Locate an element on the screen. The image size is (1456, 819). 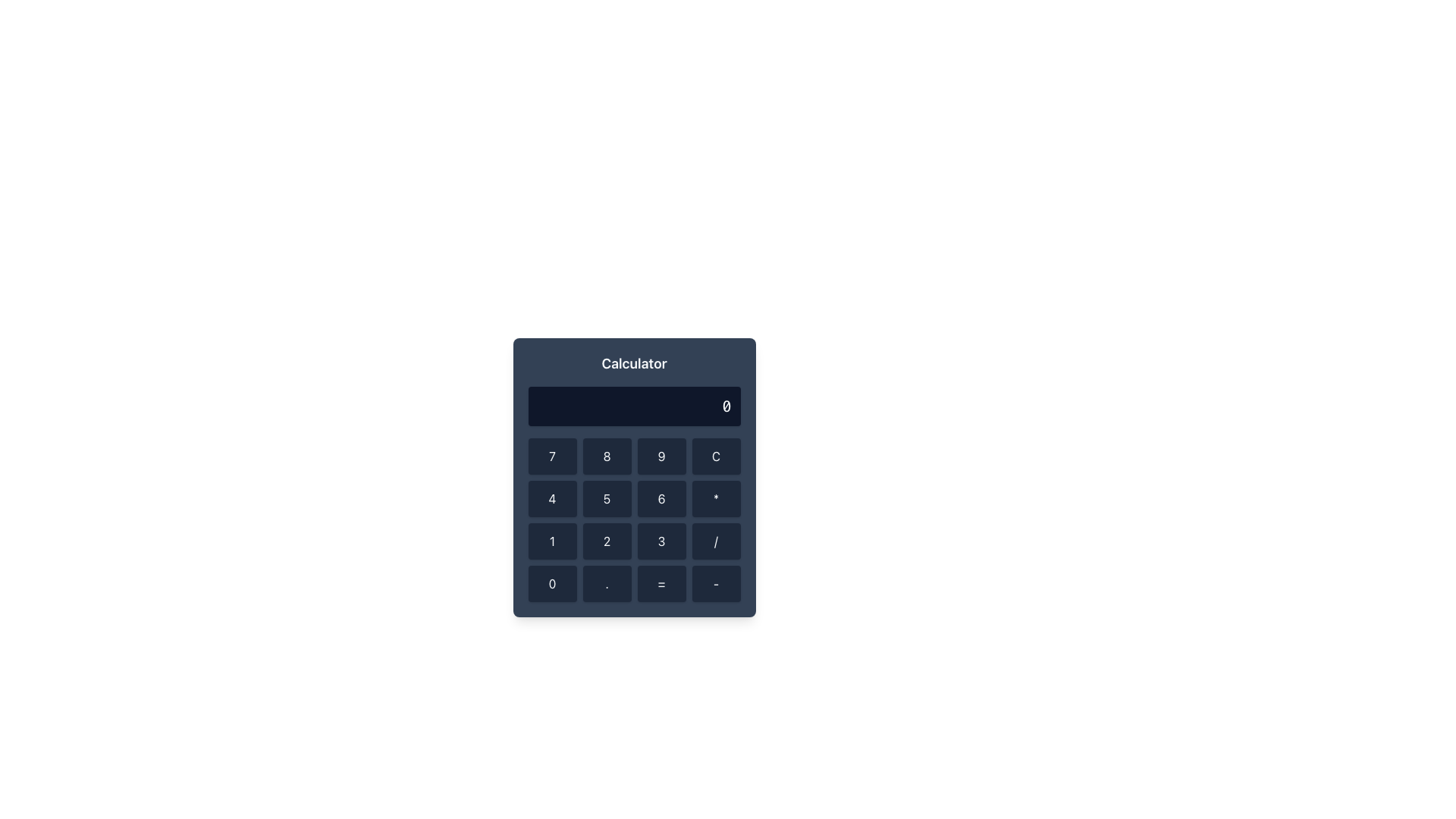
the button representing the numeral '3' to input the digit 3 into the calculator is located at coordinates (661, 540).